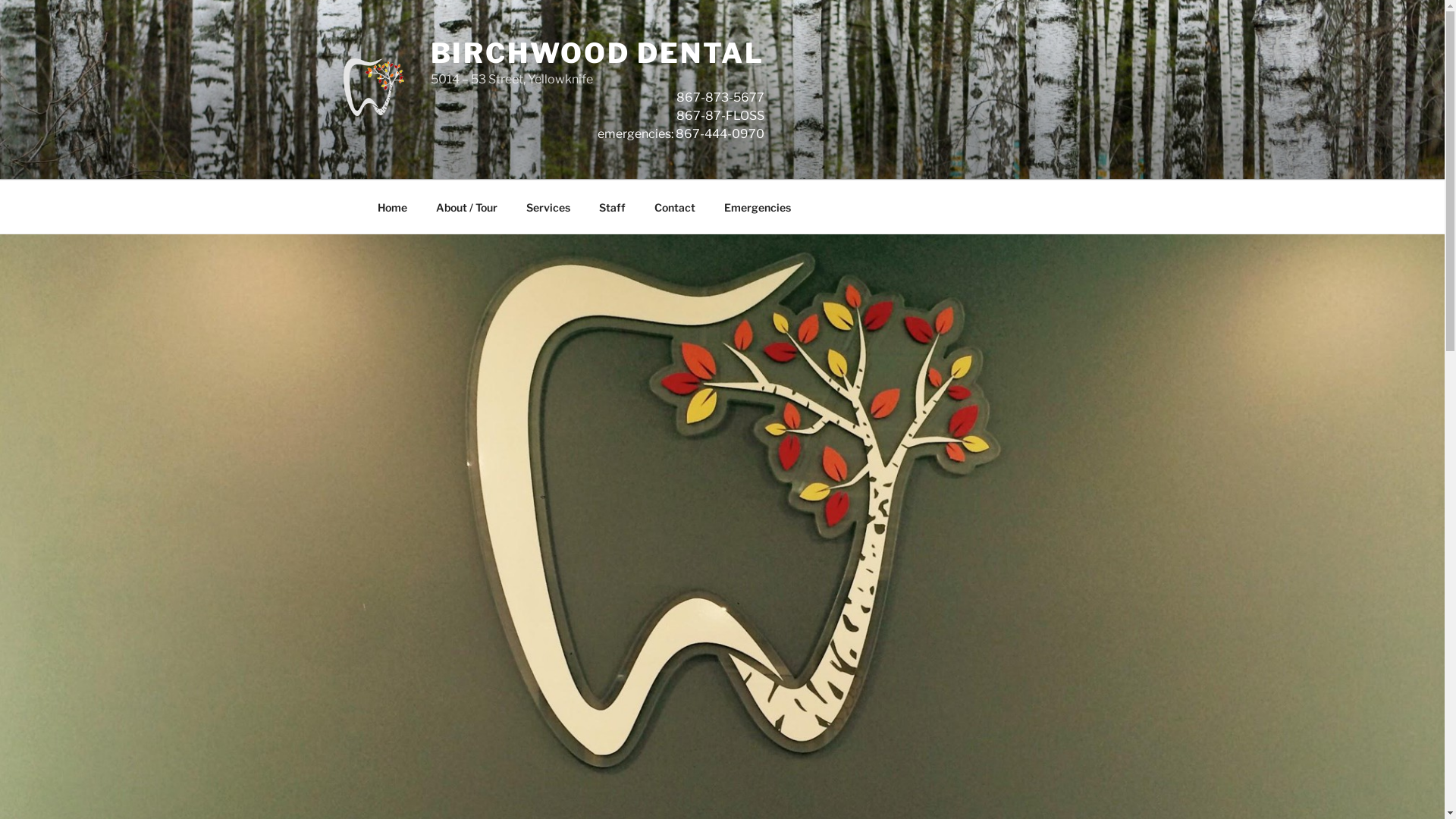 This screenshot has width=1456, height=819. What do you see at coordinates (364, 206) in the screenshot?
I see `'Home'` at bounding box center [364, 206].